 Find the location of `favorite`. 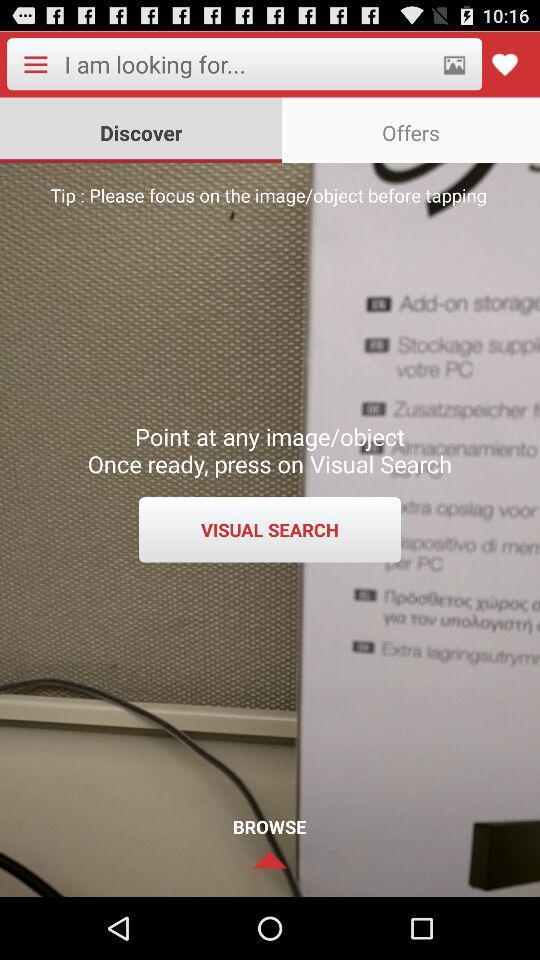

favorite is located at coordinates (503, 64).